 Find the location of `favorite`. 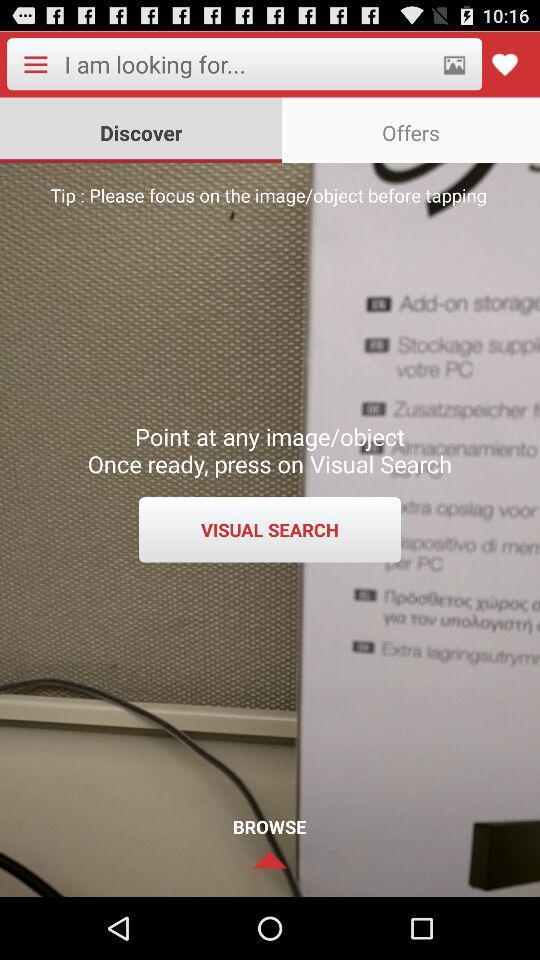

favorite is located at coordinates (503, 64).